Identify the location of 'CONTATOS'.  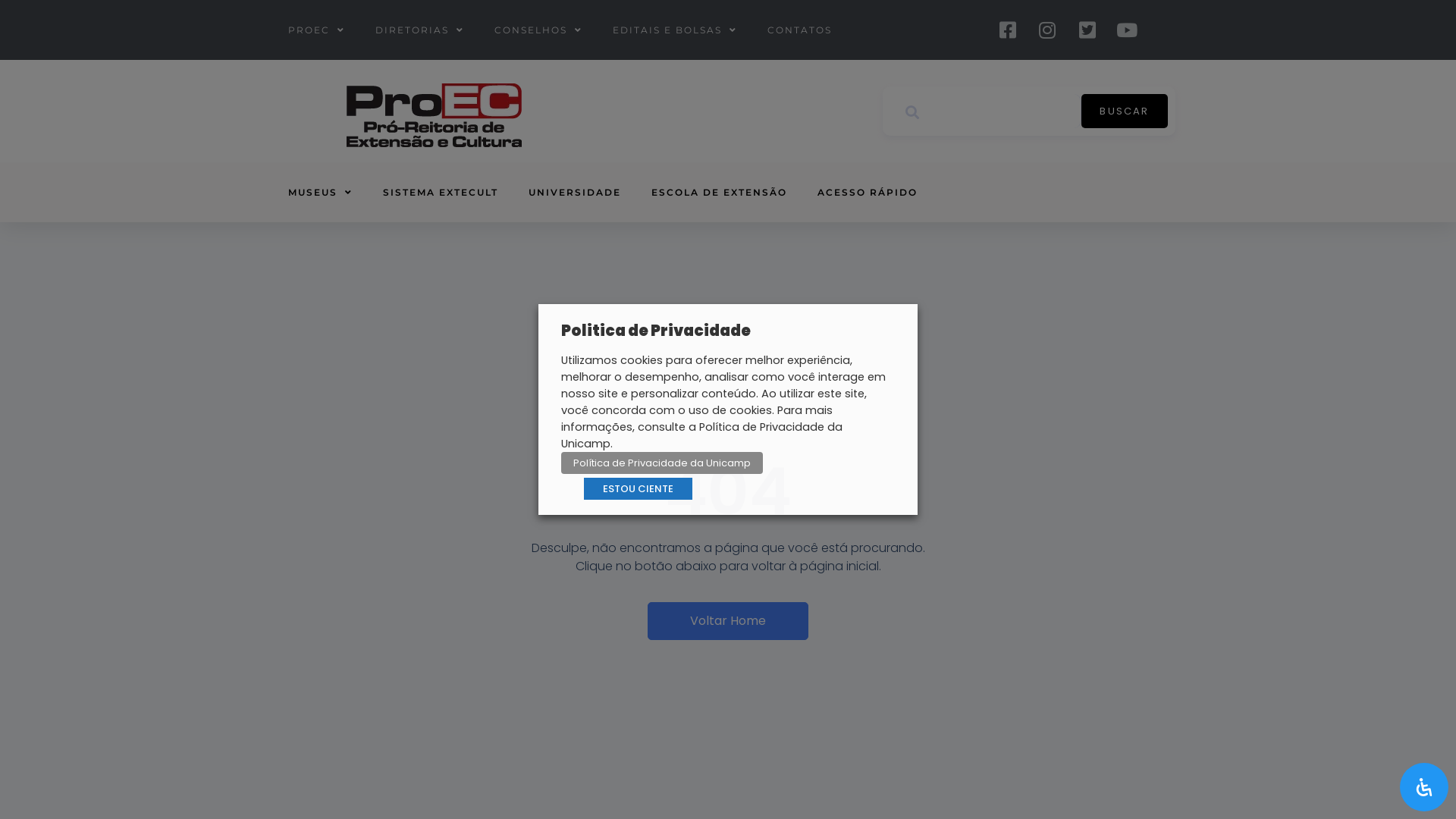
(799, 30).